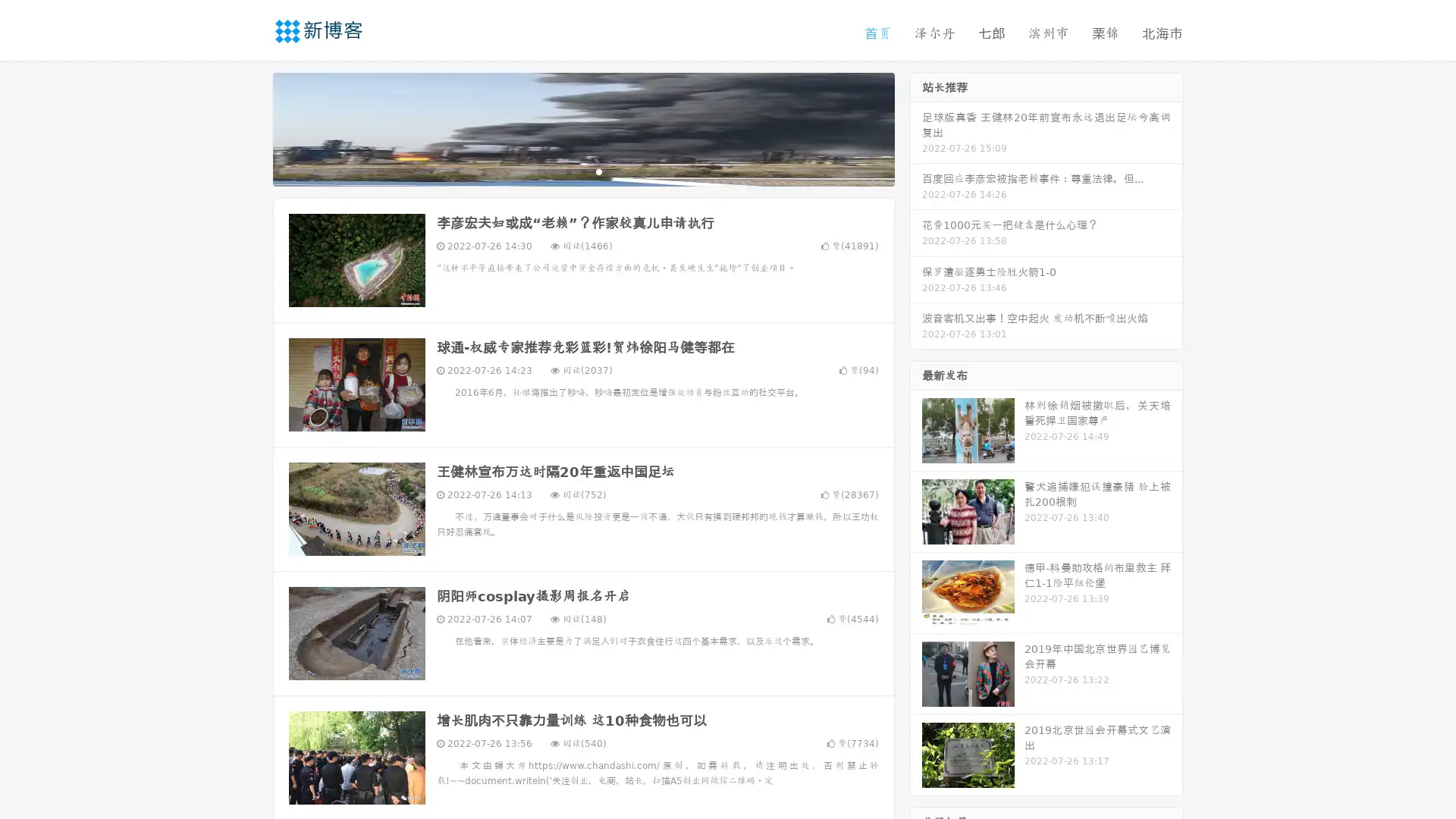 The width and height of the screenshot is (1456, 819). Describe the element at coordinates (582, 171) in the screenshot. I see `Go to slide 2` at that location.